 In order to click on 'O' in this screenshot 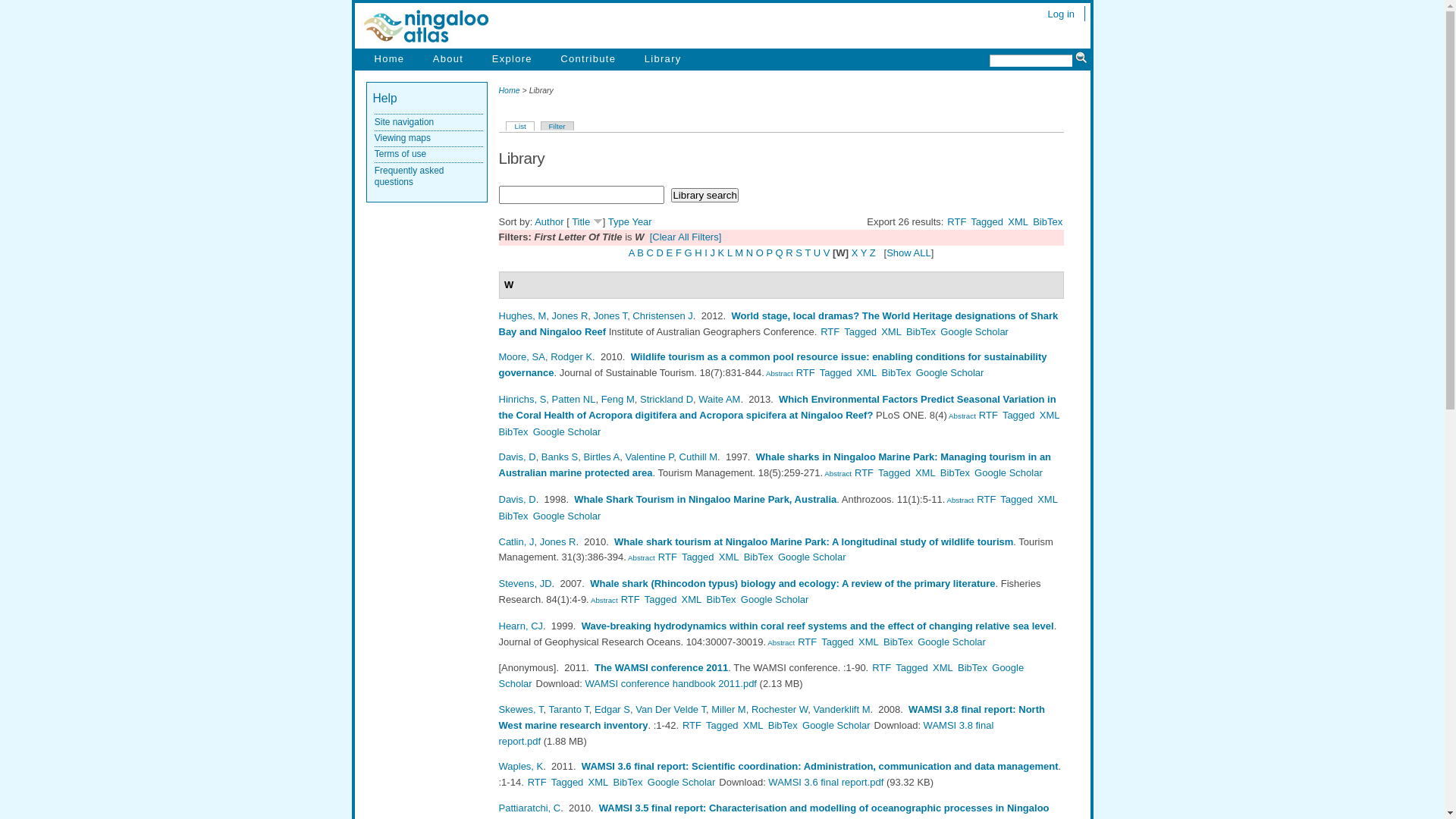, I will do `click(760, 252)`.